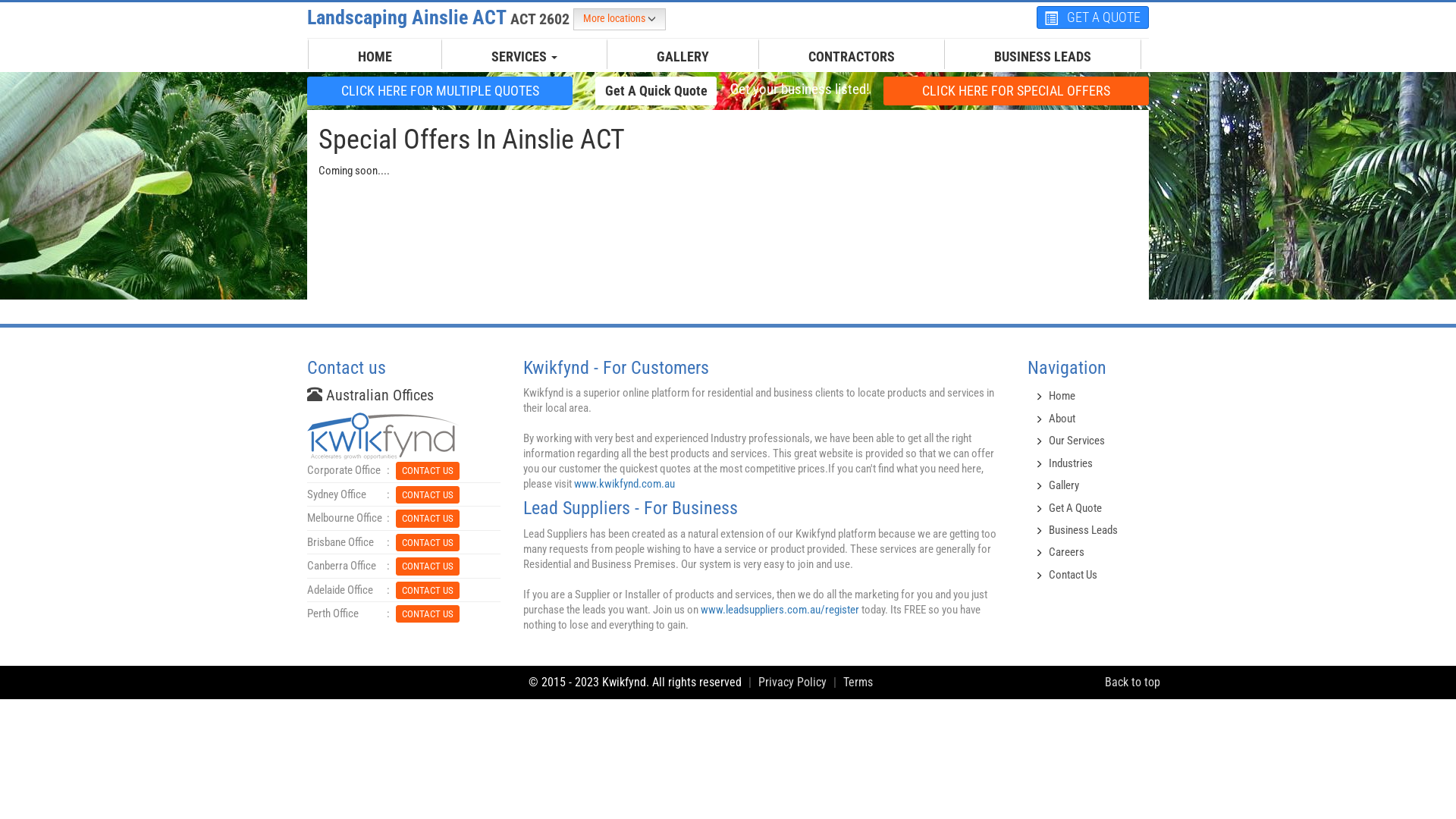 The width and height of the screenshot is (1456, 819). Describe the element at coordinates (1061, 394) in the screenshot. I see `'Home'` at that location.